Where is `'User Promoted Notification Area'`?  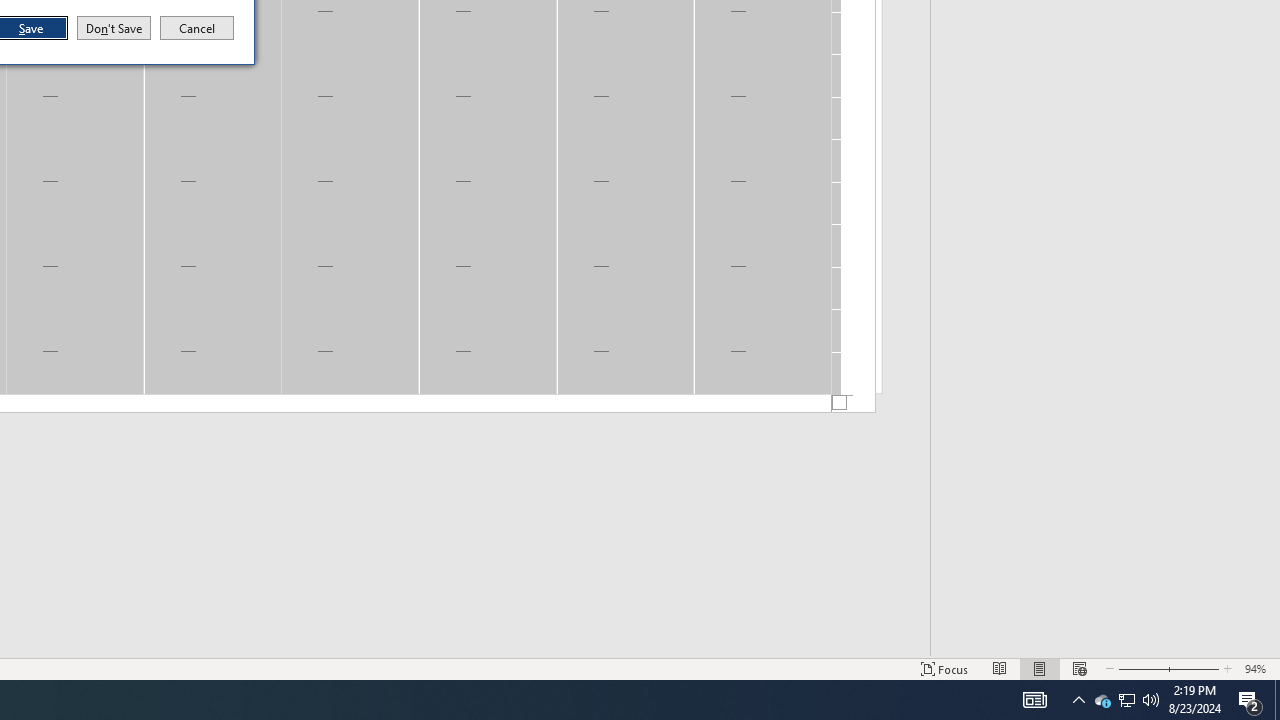 'User Promoted Notification Area' is located at coordinates (1101, 698).